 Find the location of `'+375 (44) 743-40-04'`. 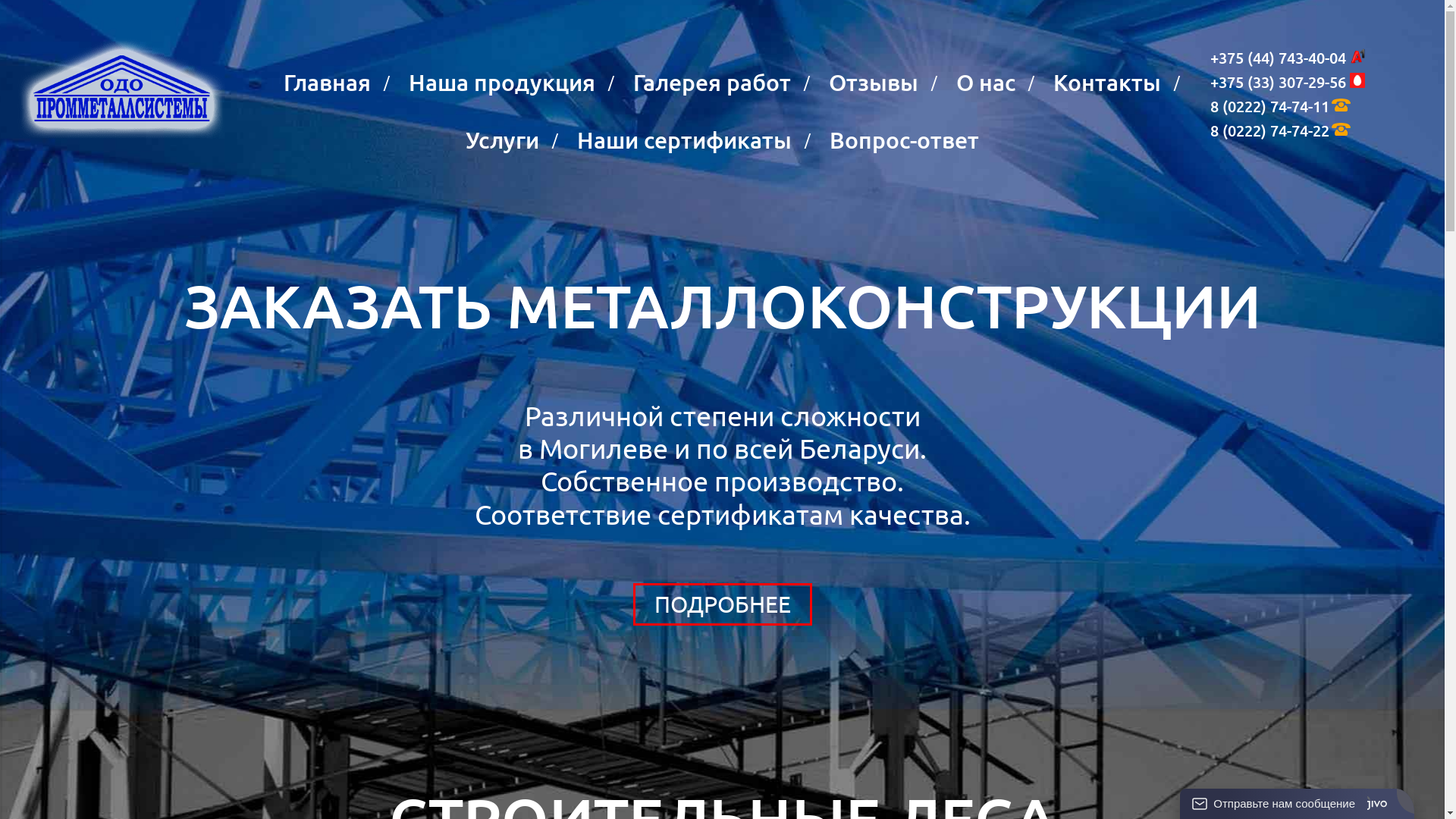

'+375 (44) 743-40-04' is located at coordinates (1277, 57).